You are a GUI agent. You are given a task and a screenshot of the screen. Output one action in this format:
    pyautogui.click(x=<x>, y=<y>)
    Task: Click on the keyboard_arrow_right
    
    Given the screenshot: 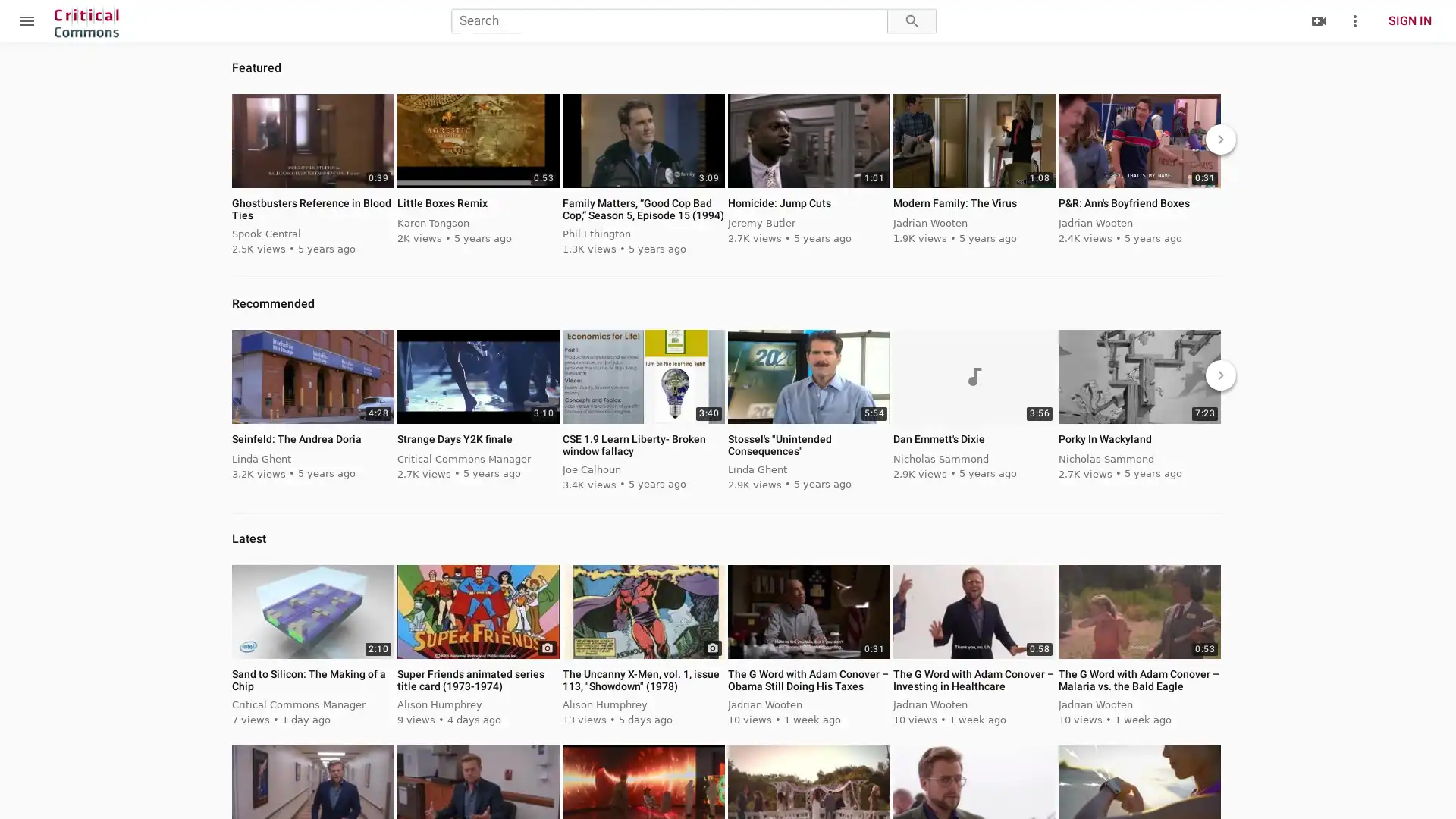 What is the action you would take?
    pyautogui.click(x=1220, y=140)
    